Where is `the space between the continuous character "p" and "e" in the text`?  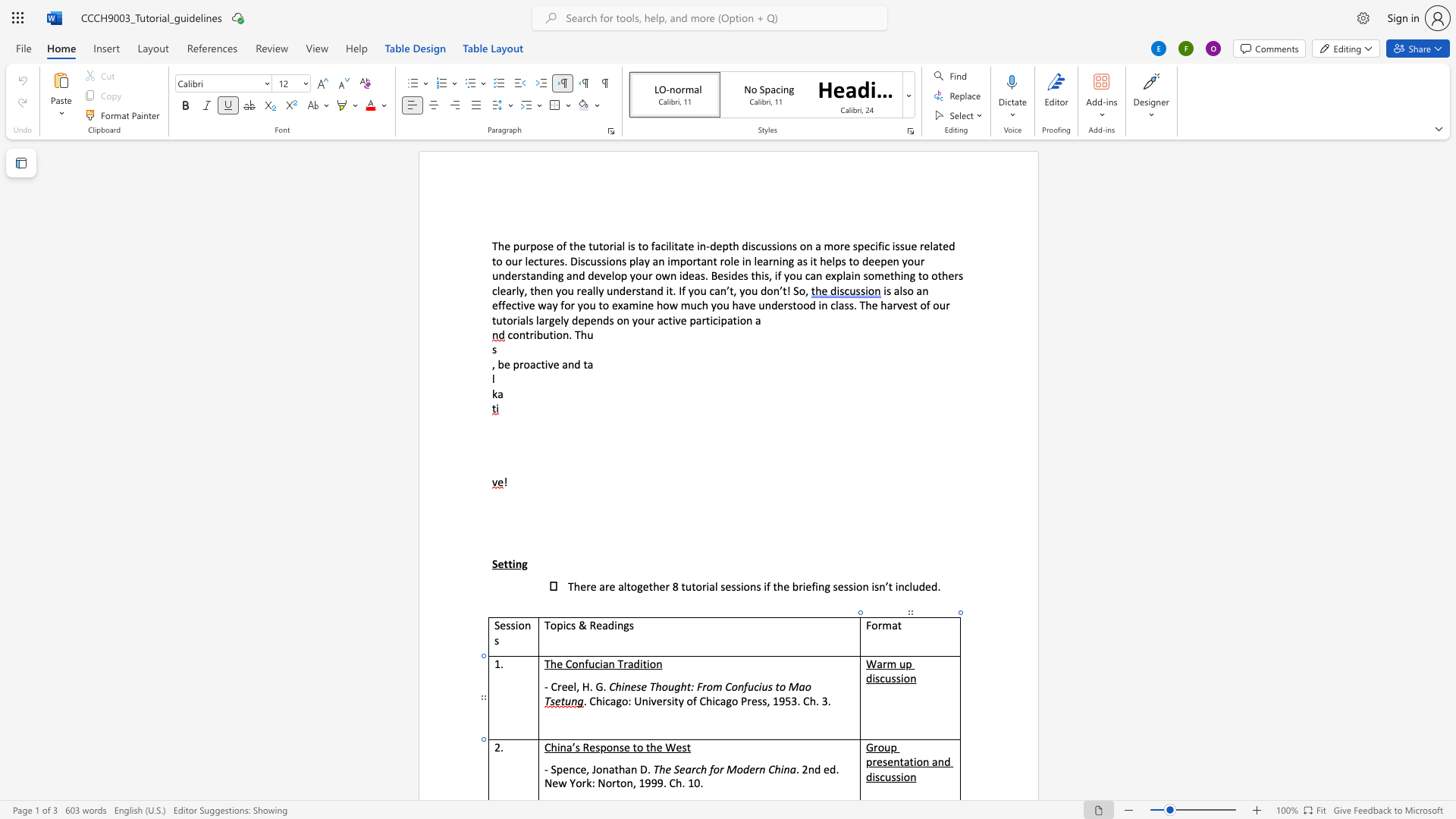 the space between the continuous character "p" and "e" in the text is located at coordinates (562, 769).